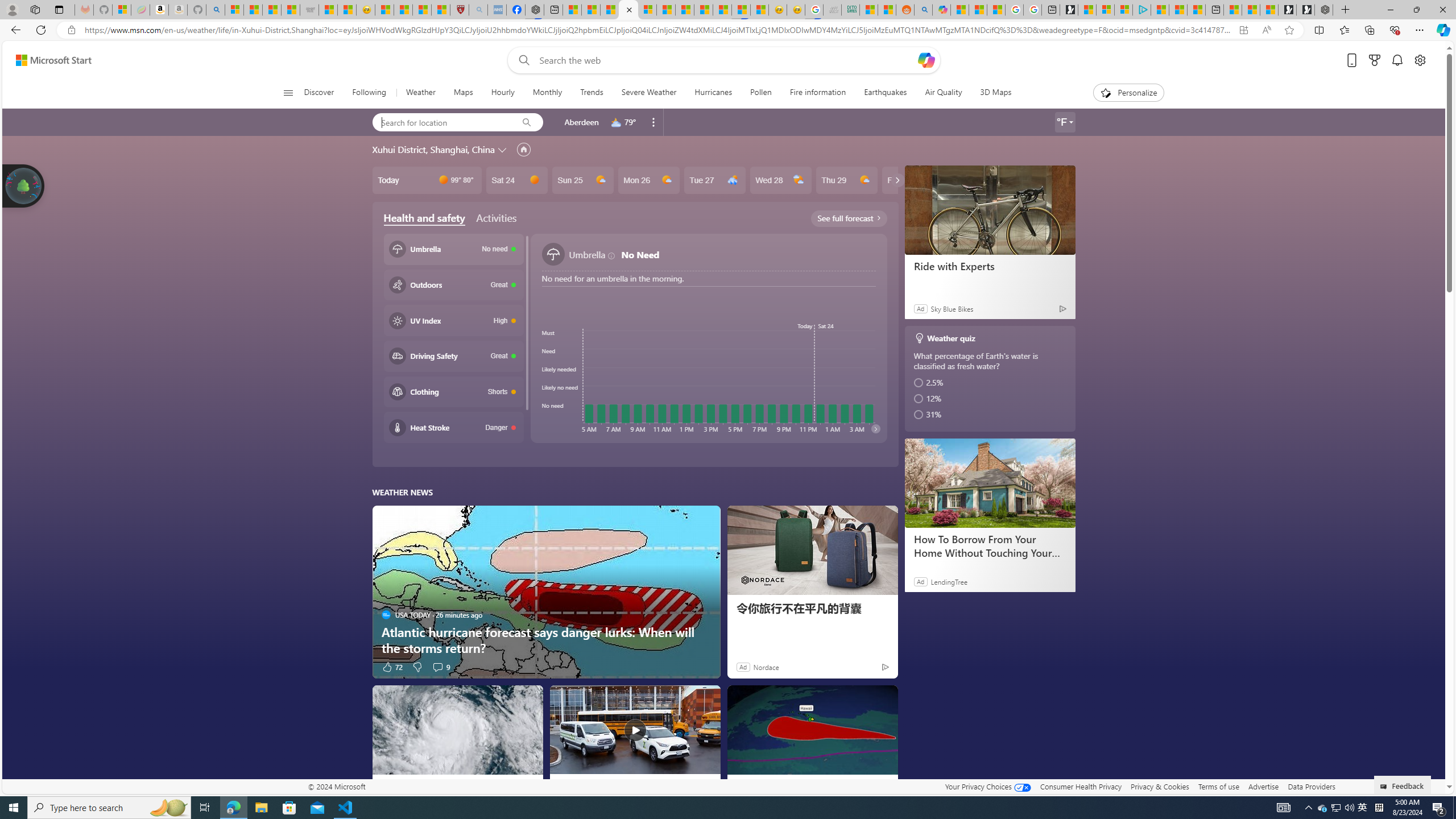 The image size is (1456, 819). Describe the element at coordinates (516, 179) in the screenshot. I see `'Sat 24'` at that location.